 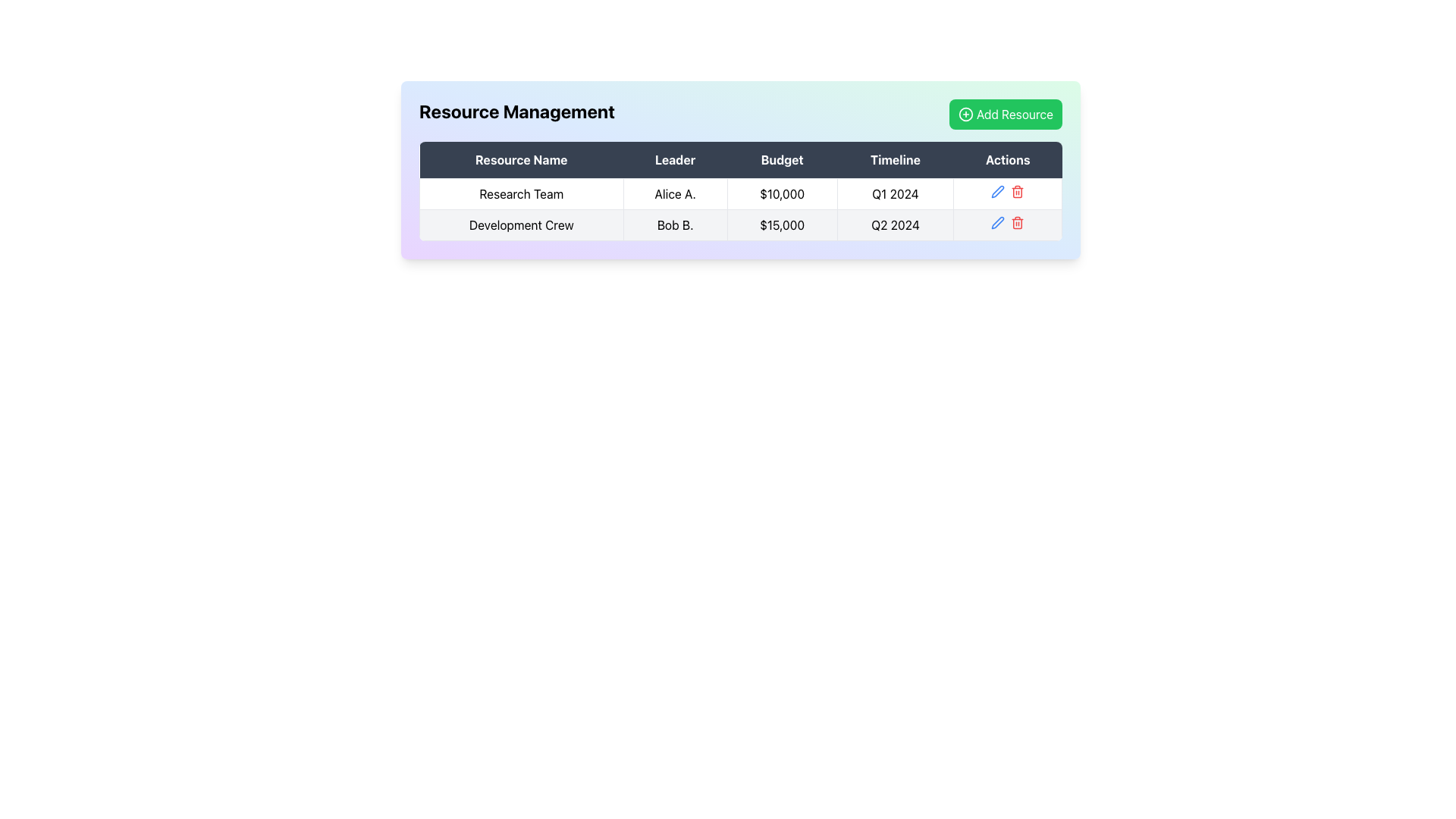 What do you see at coordinates (674, 225) in the screenshot?
I see `the 'Leader' text label in the second row of the resource management table, which is positioned between 'Development Crew' and '$15,000'` at bounding box center [674, 225].